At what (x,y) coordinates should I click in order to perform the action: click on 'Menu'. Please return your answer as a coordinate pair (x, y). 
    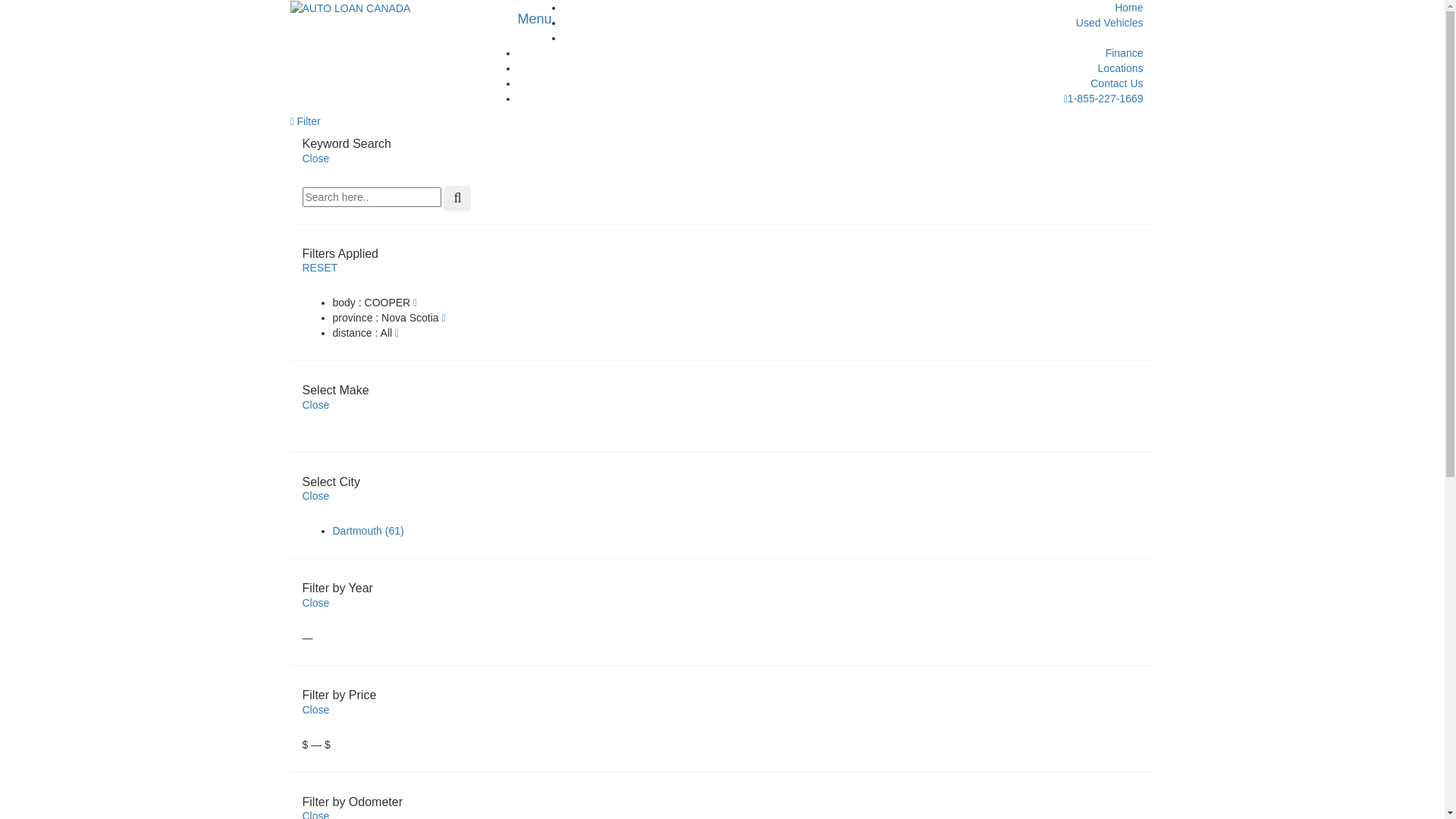
    Looking at the image, I should click on (535, 18).